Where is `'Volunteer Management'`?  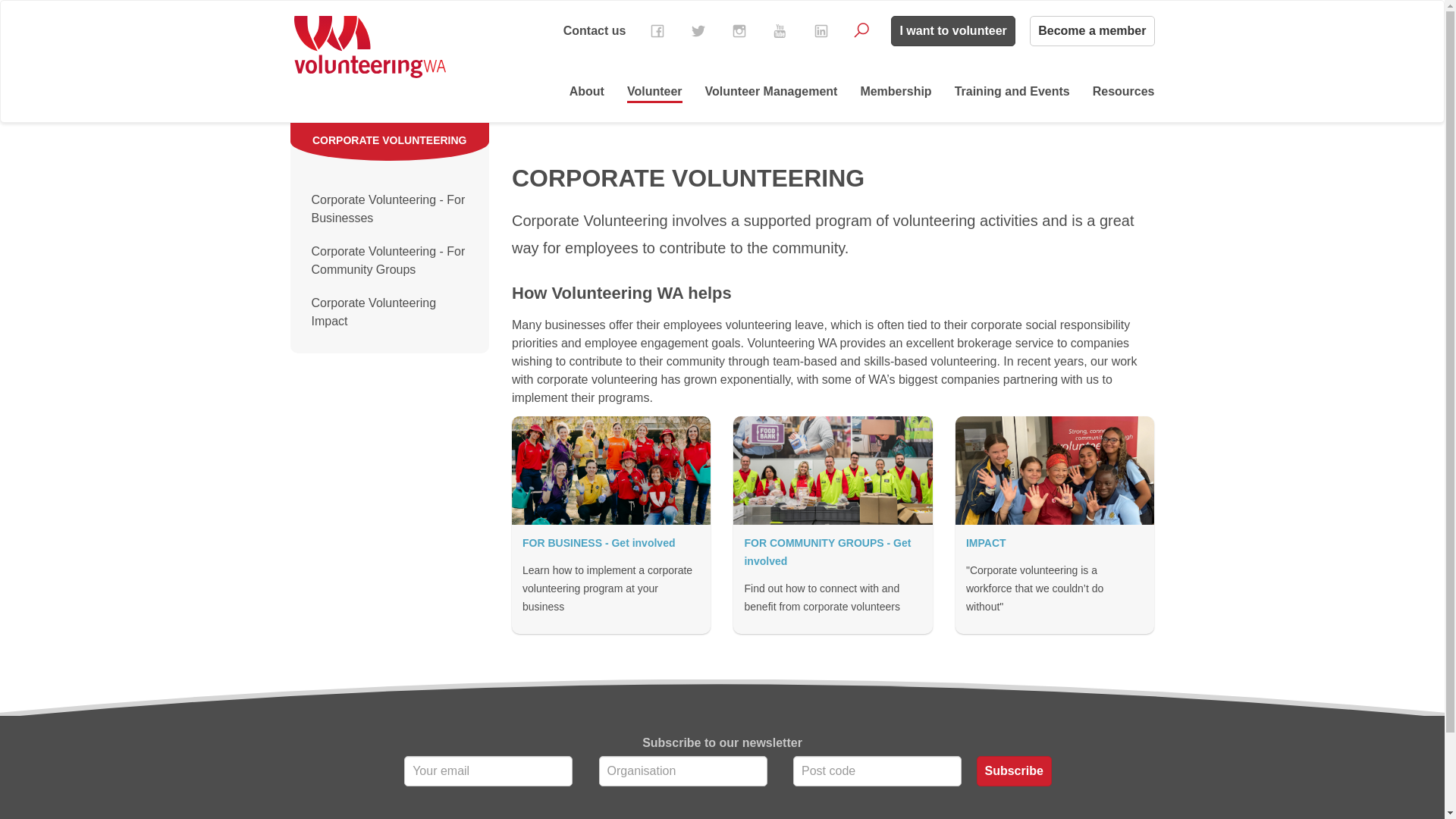
'Volunteer Management' is located at coordinates (771, 91).